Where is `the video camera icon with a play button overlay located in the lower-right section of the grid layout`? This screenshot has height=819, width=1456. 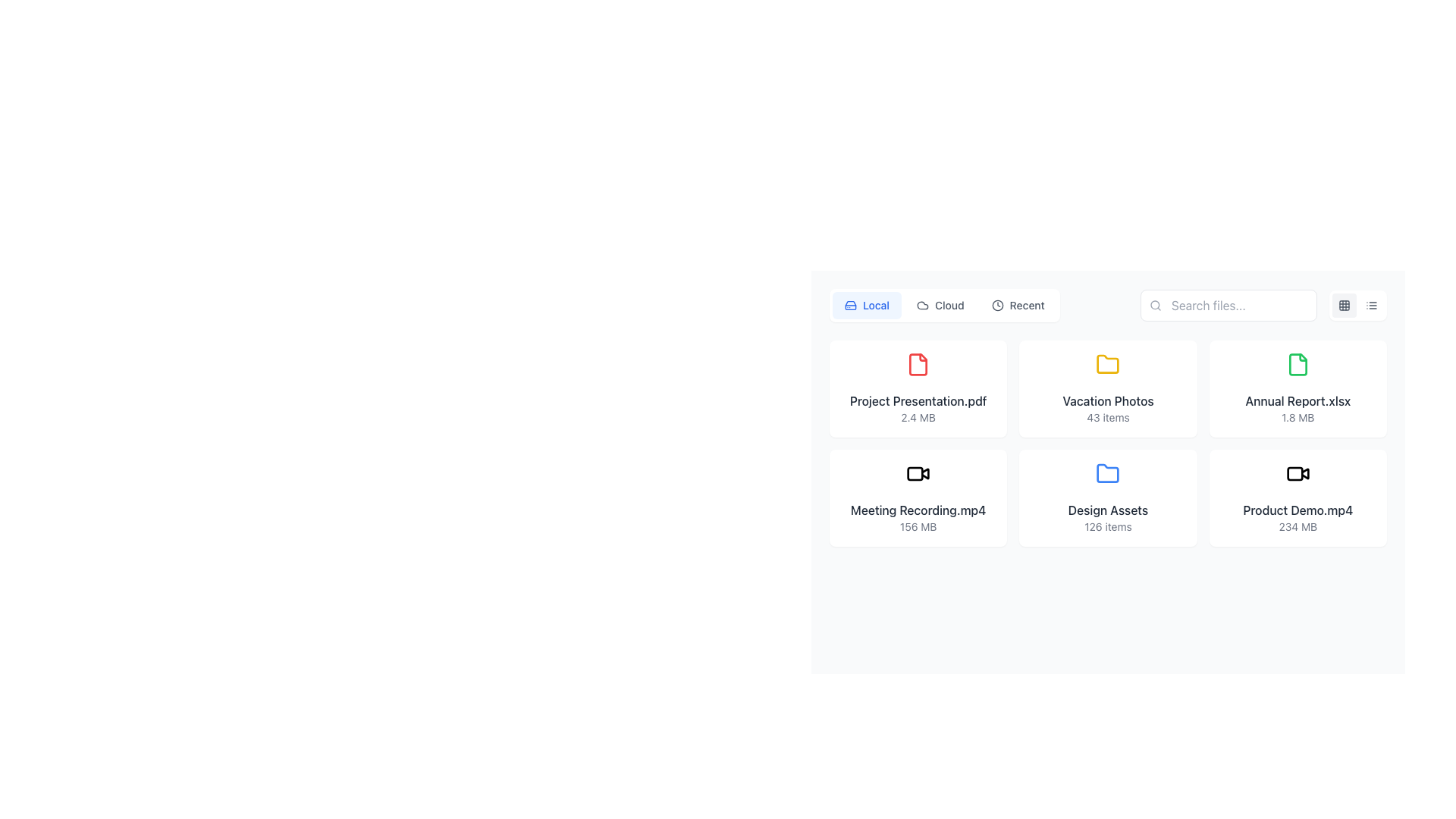
the video camera icon with a play button overlay located in the lower-right section of the grid layout is located at coordinates (1304, 472).